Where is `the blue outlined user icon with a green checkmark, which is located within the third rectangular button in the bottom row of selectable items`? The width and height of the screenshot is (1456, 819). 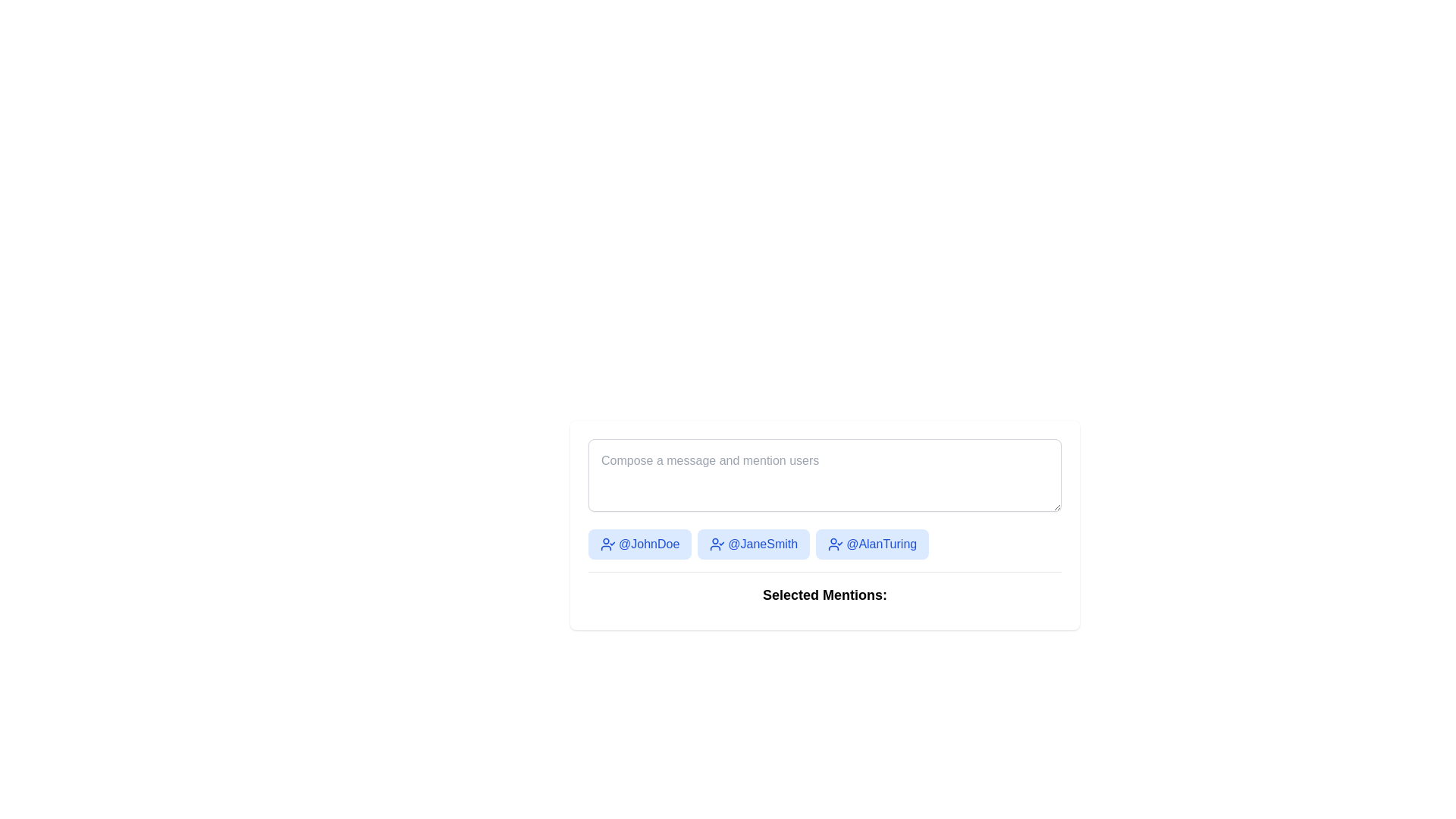
the blue outlined user icon with a green checkmark, which is located within the third rectangular button in the bottom row of selectable items is located at coordinates (835, 543).